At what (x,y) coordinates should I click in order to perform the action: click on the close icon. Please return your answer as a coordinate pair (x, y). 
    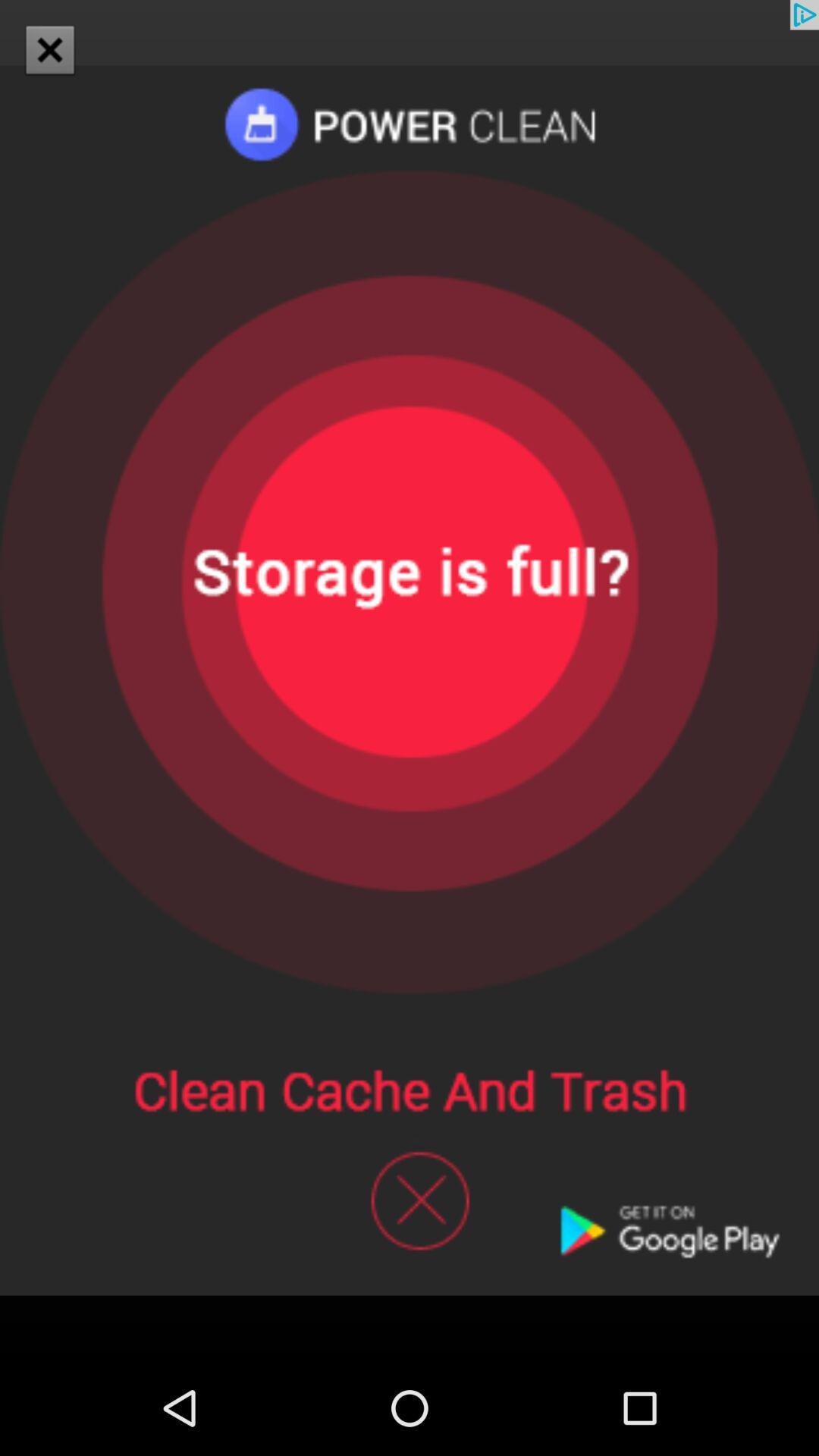
    Looking at the image, I should click on (49, 53).